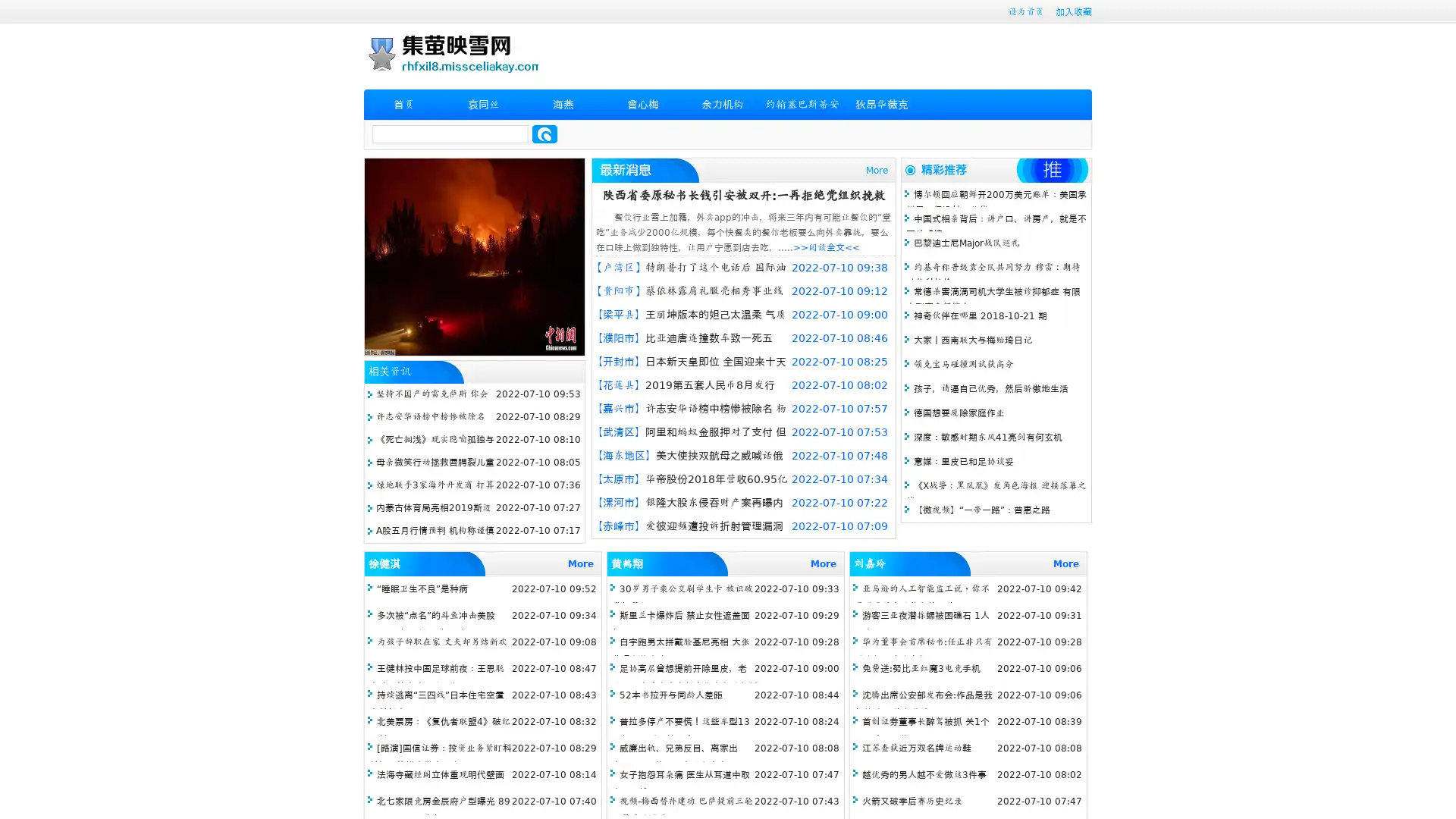  Describe the element at coordinates (544, 133) in the screenshot. I see `Search` at that location.